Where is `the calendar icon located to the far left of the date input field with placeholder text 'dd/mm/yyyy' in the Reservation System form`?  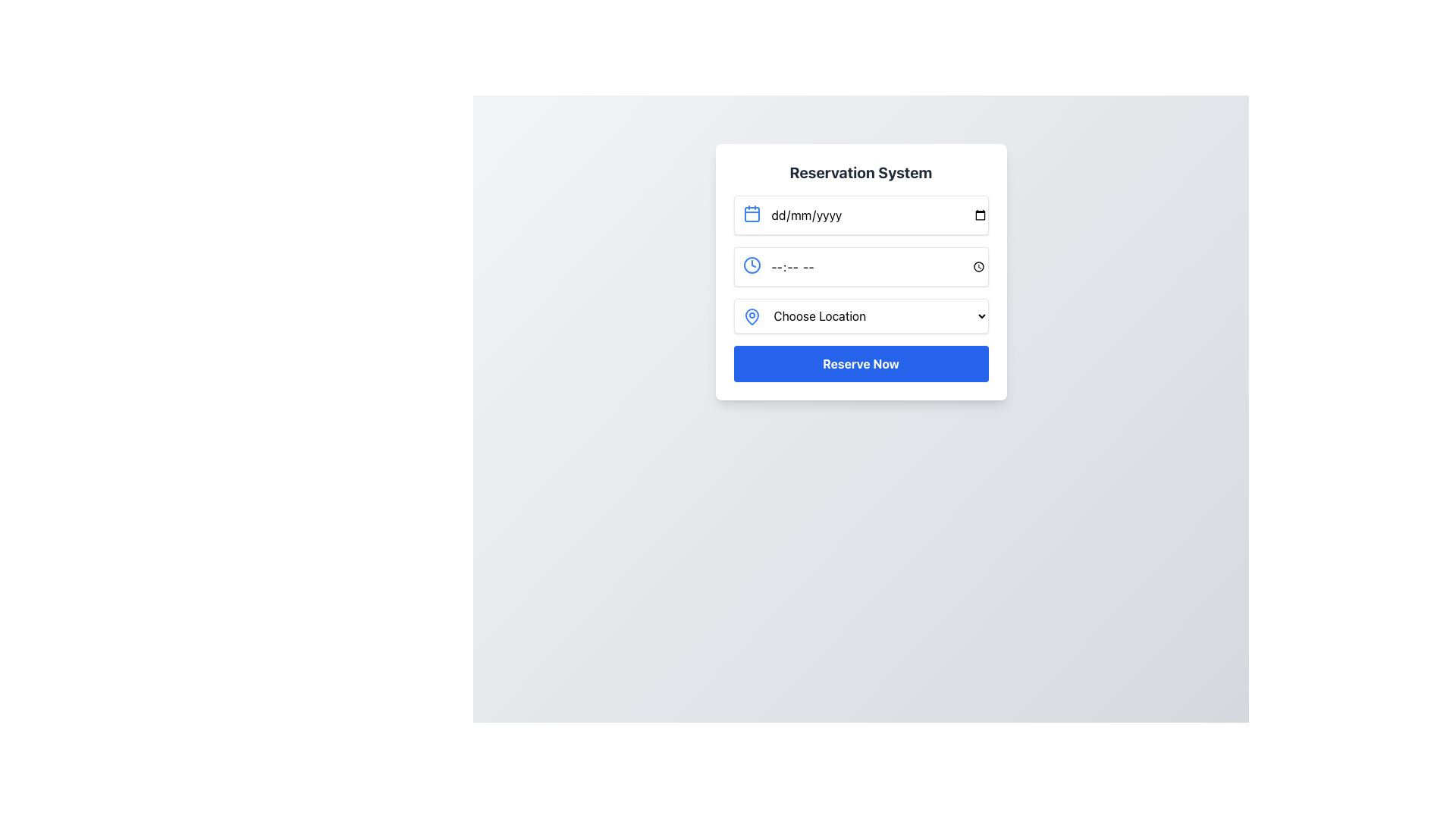
the calendar icon located to the far left of the date input field with placeholder text 'dd/mm/yyyy' in the Reservation System form is located at coordinates (752, 213).